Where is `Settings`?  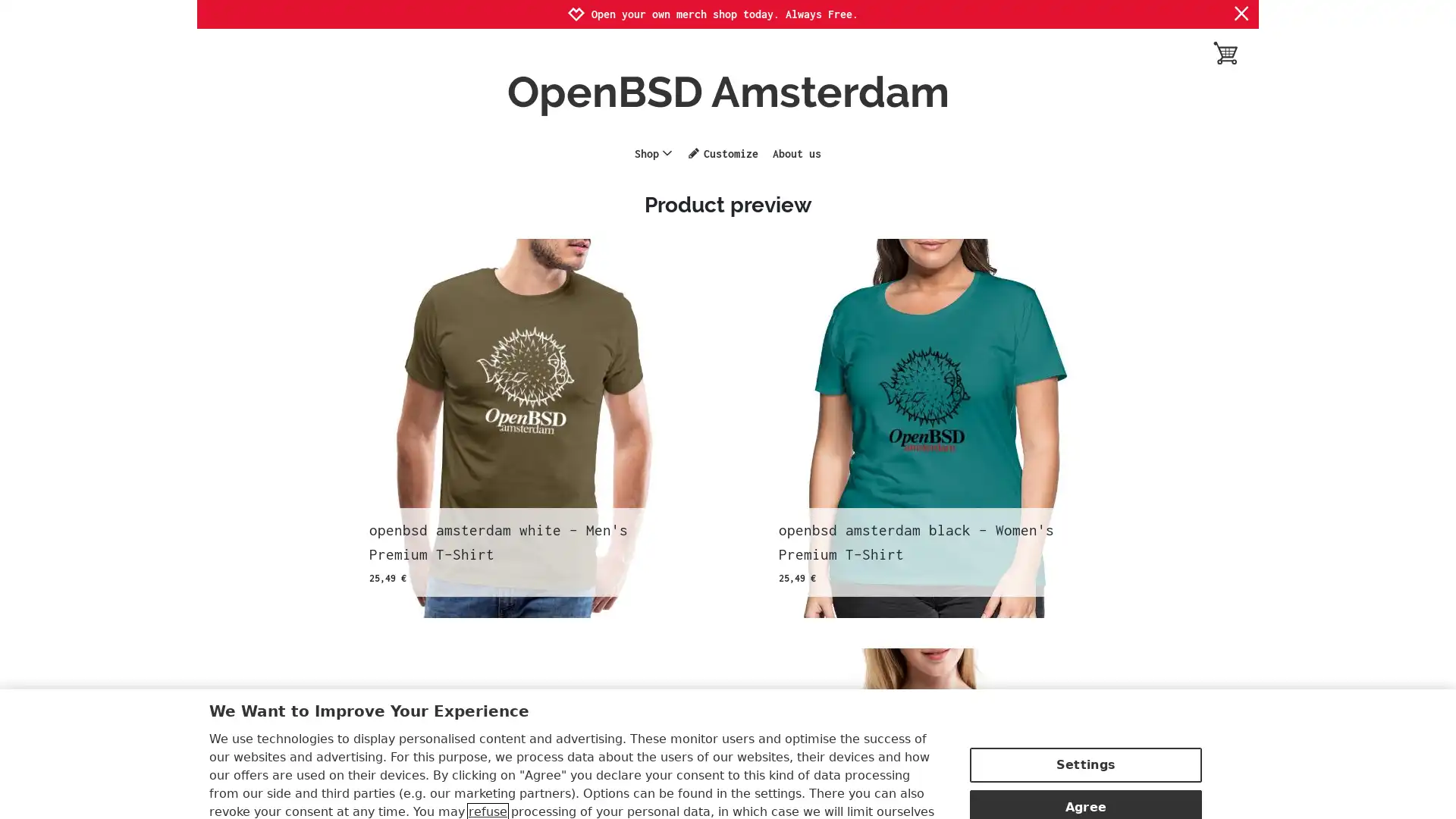 Settings is located at coordinates (1084, 689).